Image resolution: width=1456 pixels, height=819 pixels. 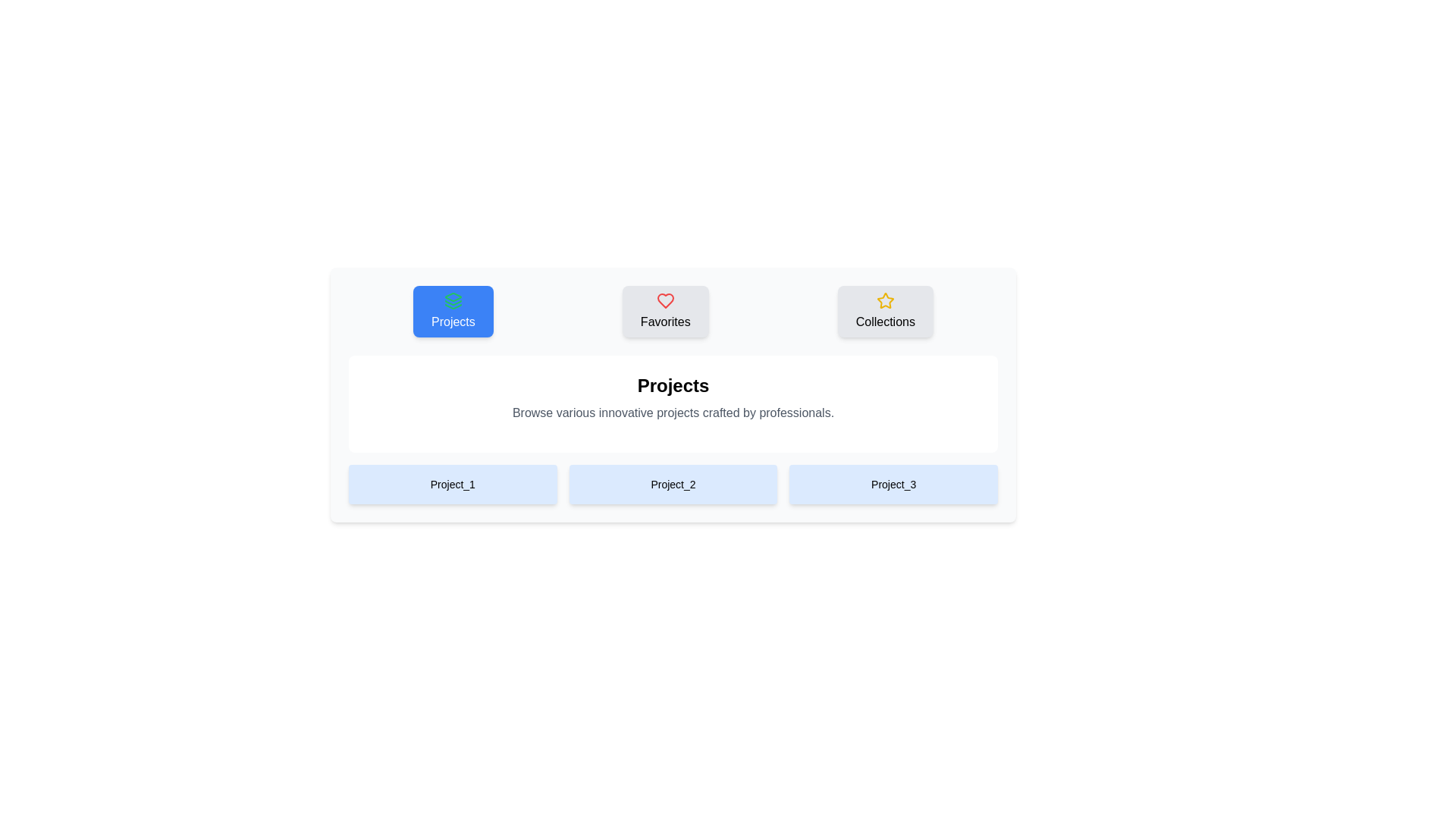 I want to click on the Collections tab by clicking on it, so click(x=885, y=311).